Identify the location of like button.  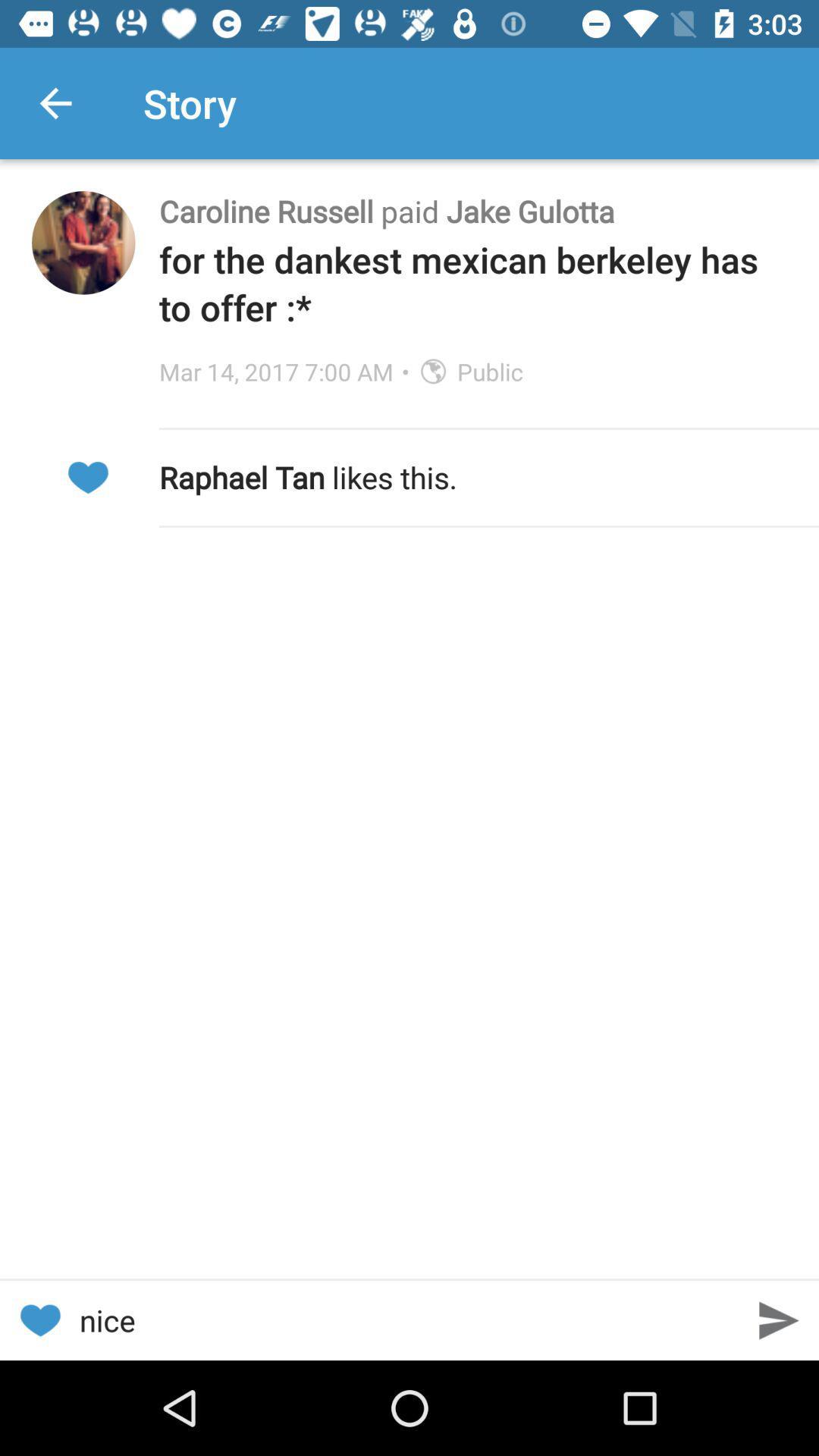
(87, 476).